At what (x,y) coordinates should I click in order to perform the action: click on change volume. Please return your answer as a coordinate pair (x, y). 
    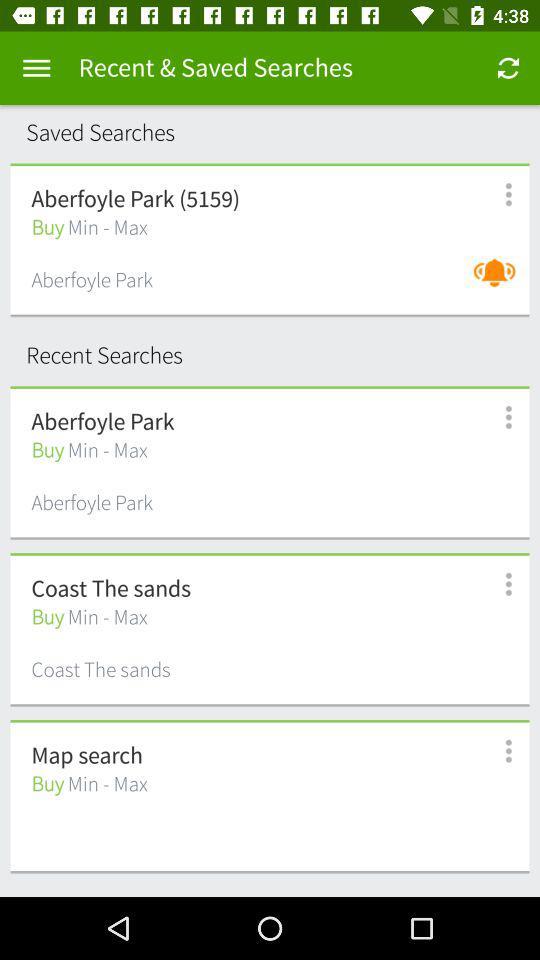
    Looking at the image, I should click on (498, 282).